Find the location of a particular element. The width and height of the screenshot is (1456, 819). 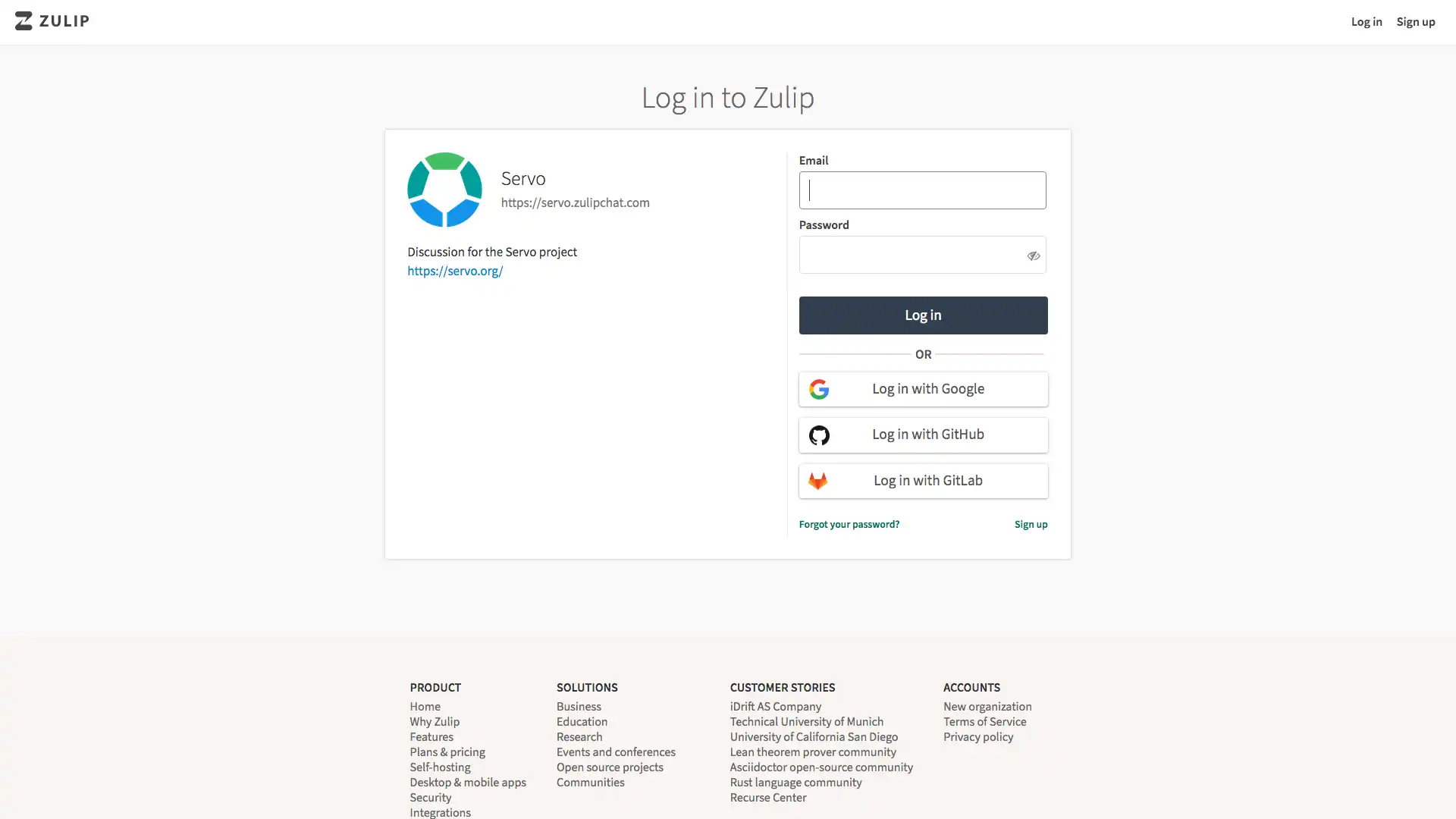

Log in with Google is located at coordinates (922, 388).